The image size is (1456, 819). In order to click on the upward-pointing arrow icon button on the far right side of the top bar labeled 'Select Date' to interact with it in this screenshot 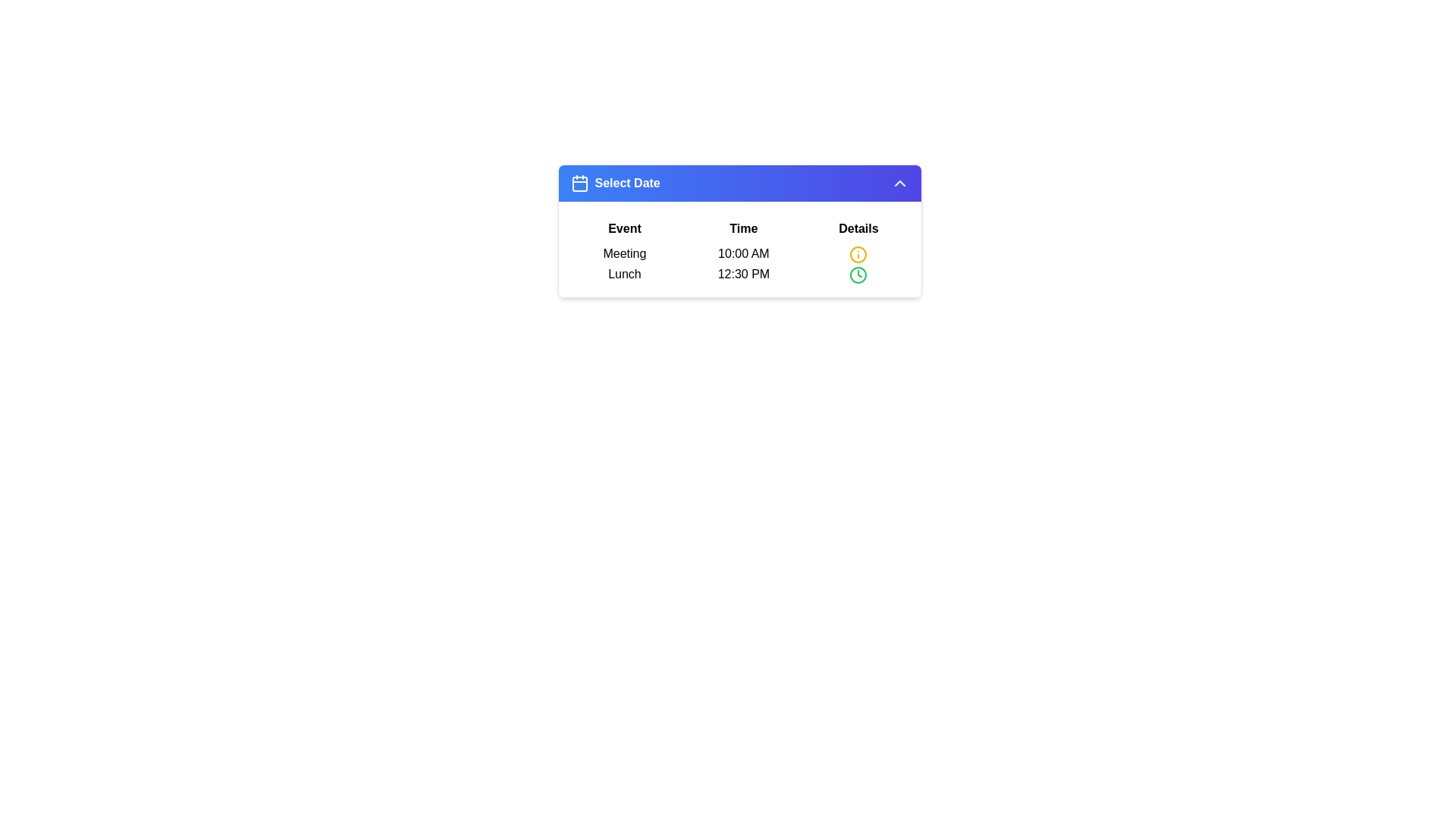, I will do `click(899, 183)`.